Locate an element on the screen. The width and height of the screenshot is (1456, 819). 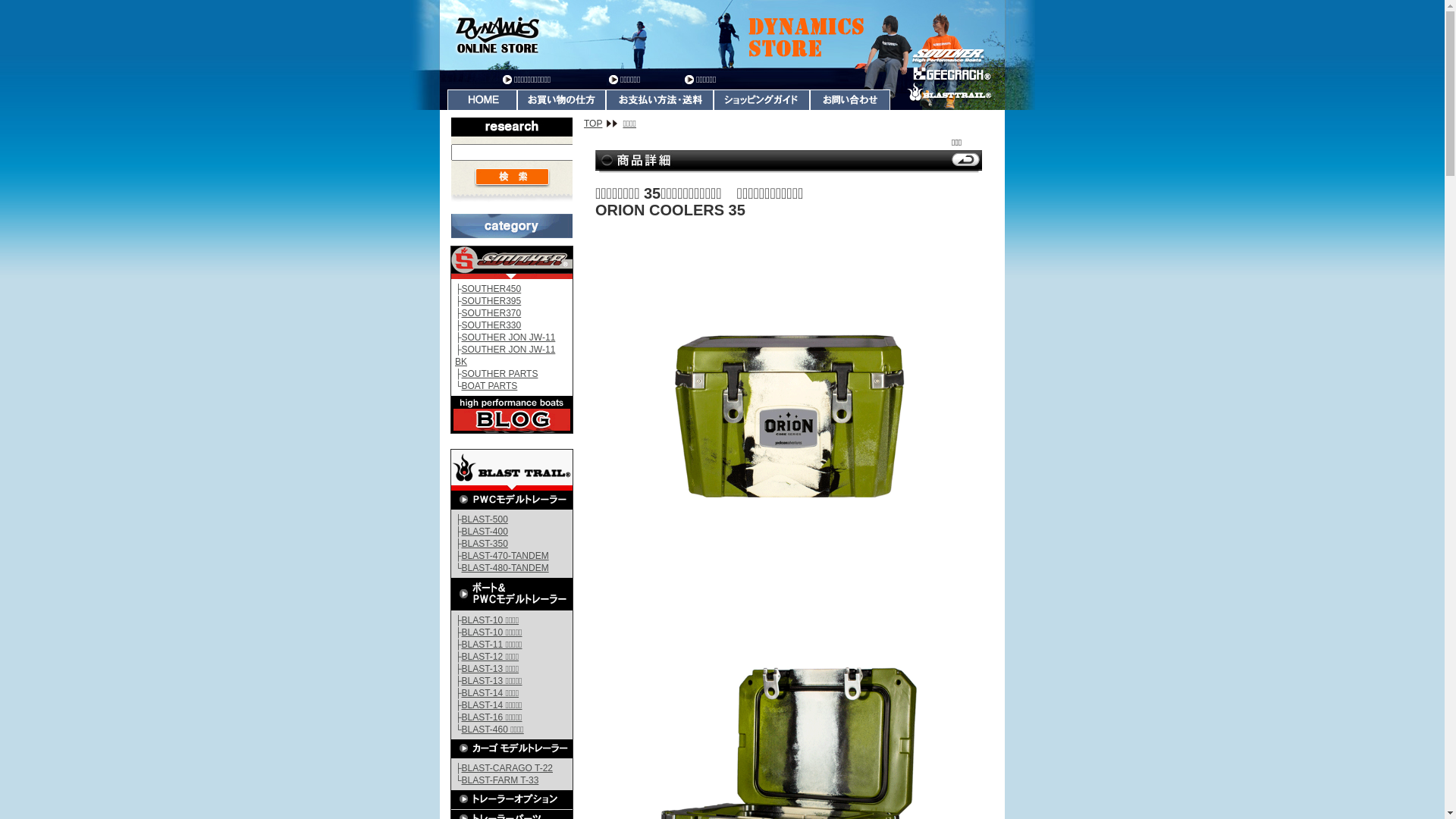
'SOUTHER JON JW-11' is located at coordinates (461, 336).